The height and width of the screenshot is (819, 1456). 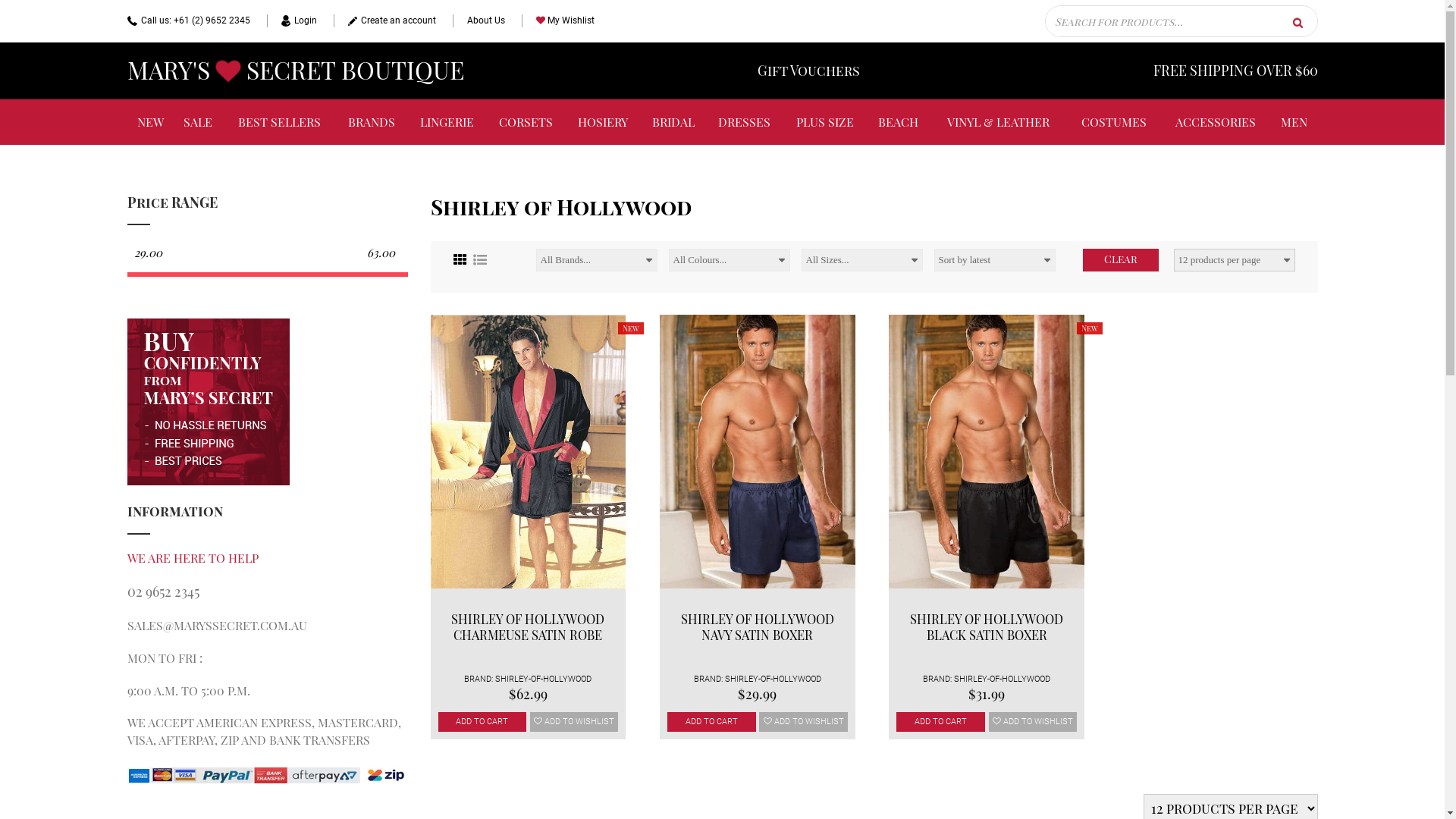 I want to click on 'SALES@MARYSSECRET.COM.AU', so click(x=127, y=625).